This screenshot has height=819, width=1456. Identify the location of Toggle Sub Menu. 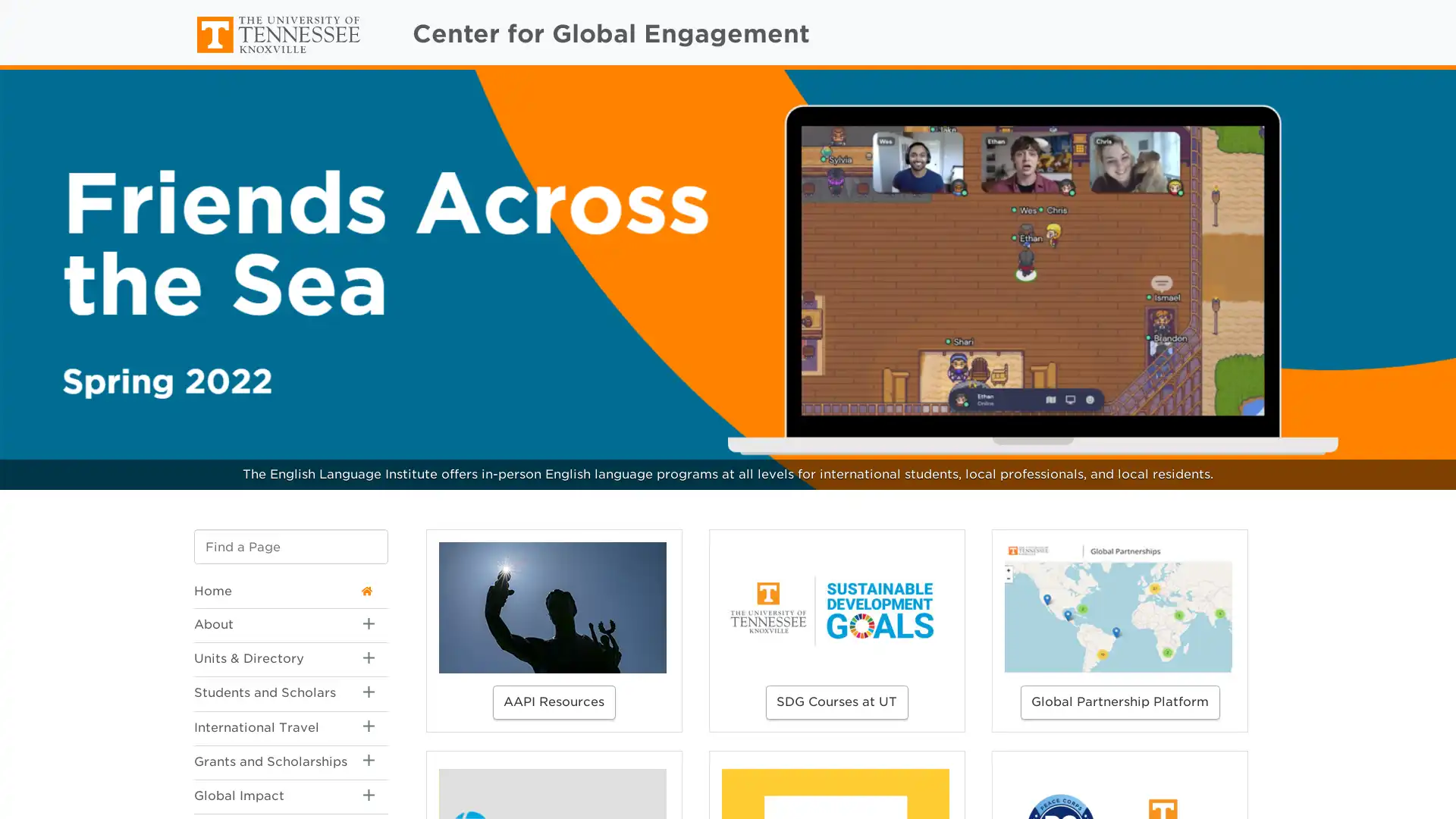
(368, 795).